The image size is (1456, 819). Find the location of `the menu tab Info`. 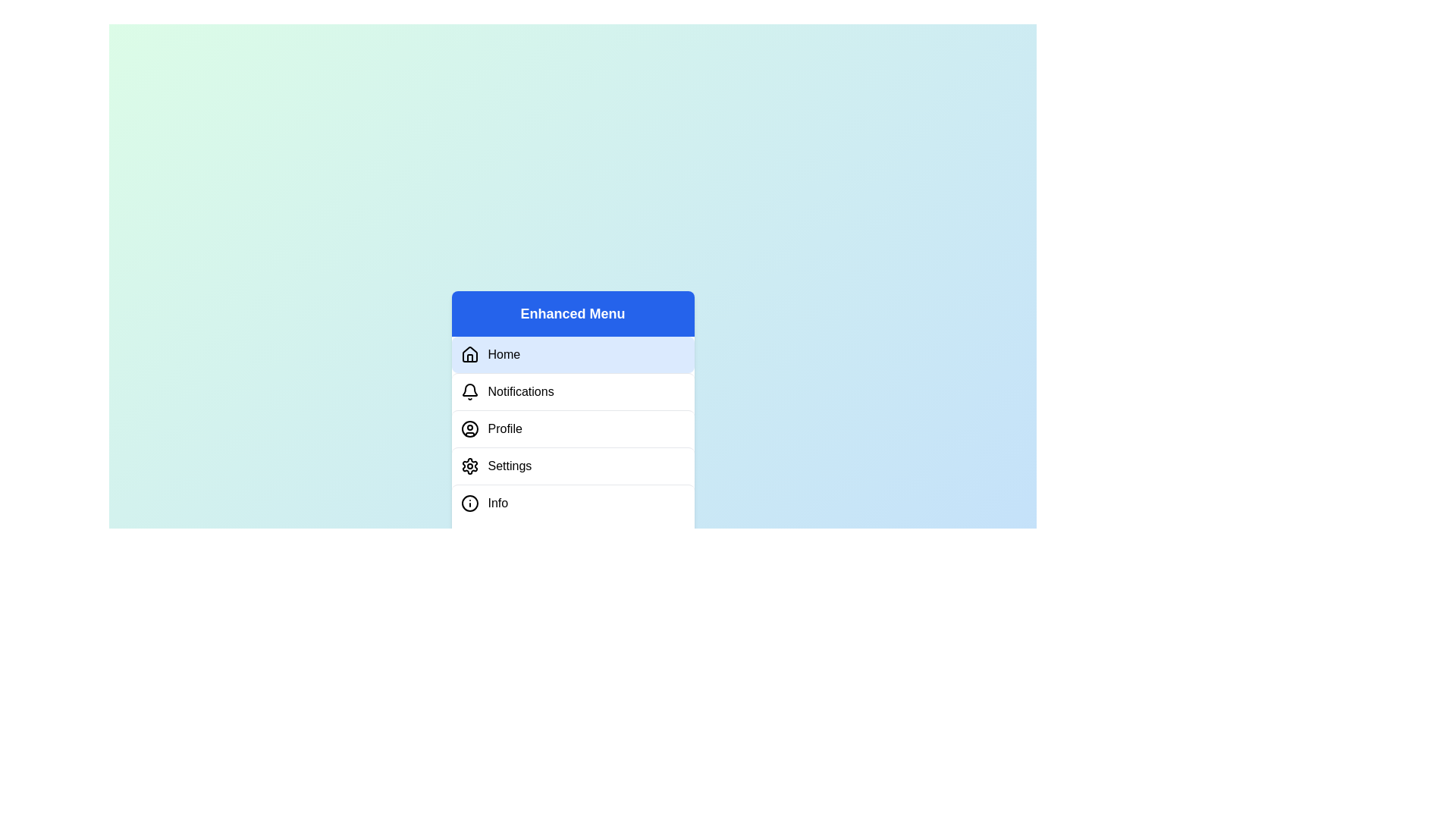

the menu tab Info is located at coordinates (572, 503).